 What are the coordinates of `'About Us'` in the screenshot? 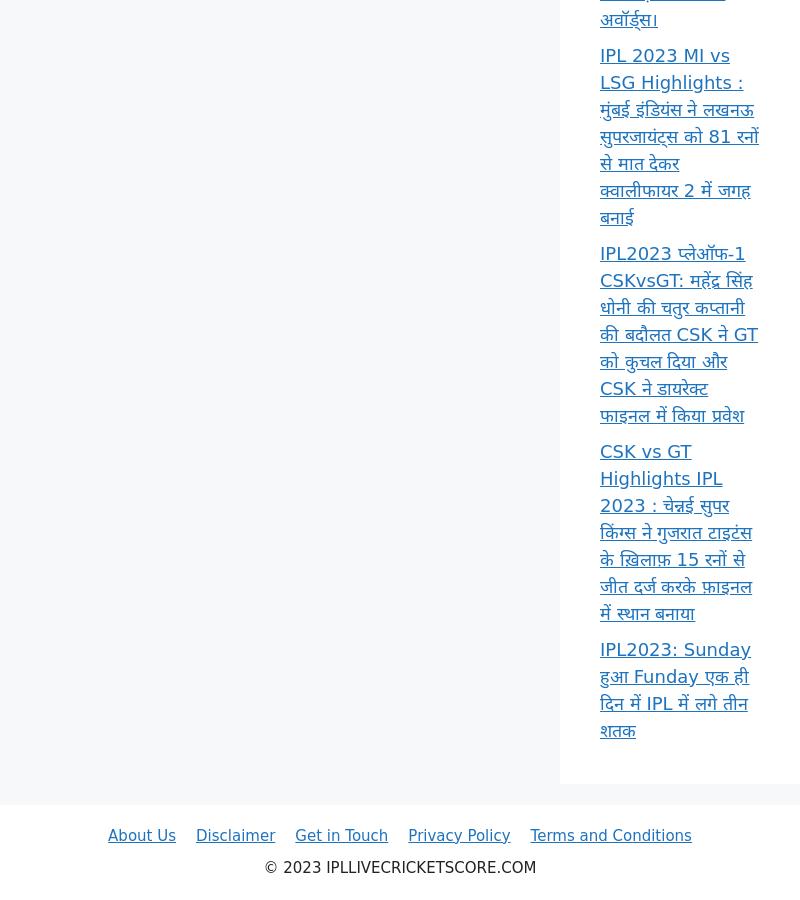 It's located at (107, 835).